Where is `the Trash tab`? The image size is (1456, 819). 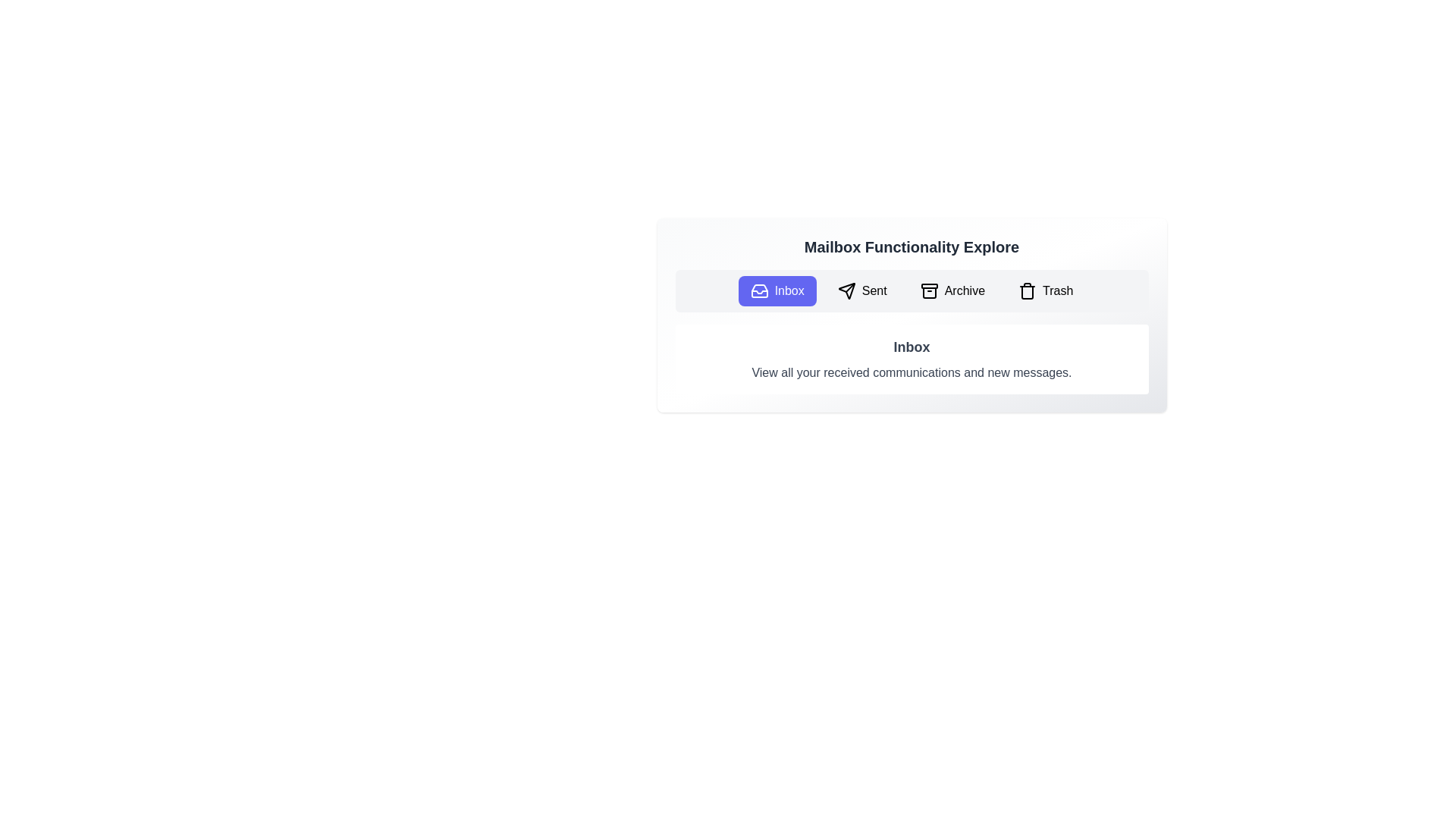
the Trash tab is located at coordinates (1044, 291).